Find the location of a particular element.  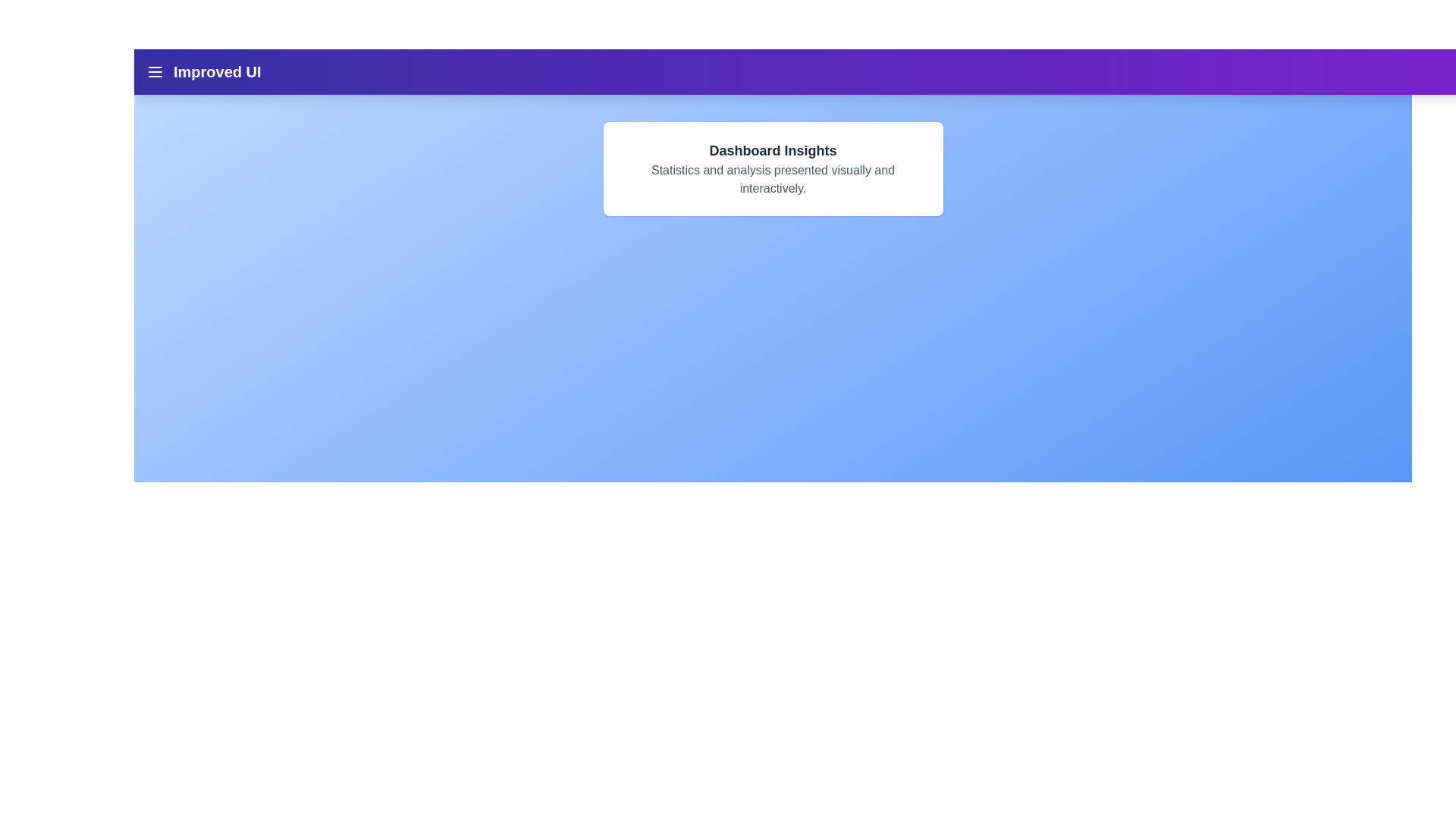

the menu icon to toggle the side menu is located at coordinates (155, 72).